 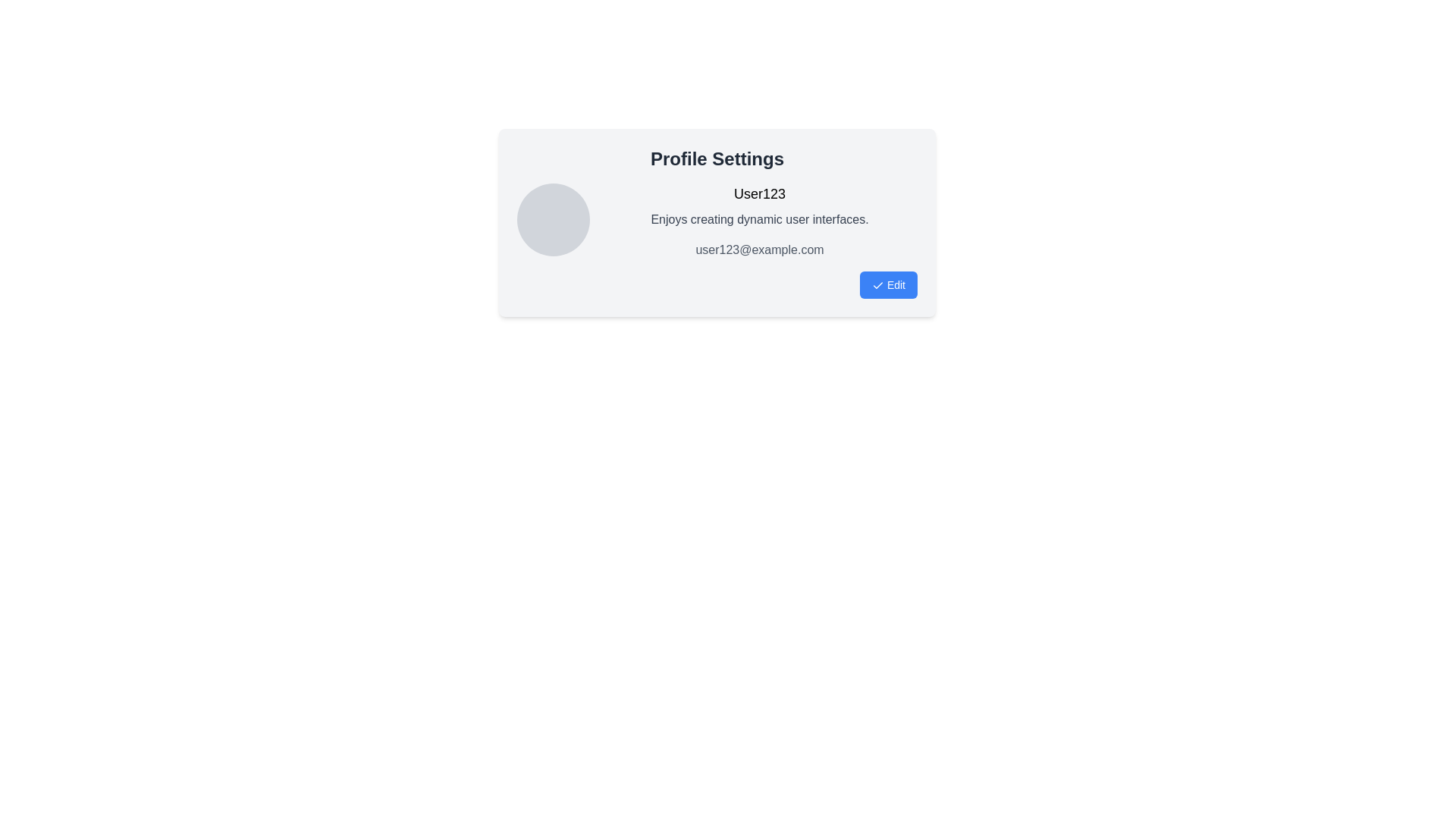 What do you see at coordinates (760, 193) in the screenshot?
I see `text 'User123' displayed prominently in the profile section, styled with a larger font size and bold weight, located directly under the heading 'Profile Settings'` at bounding box center [760, 193].